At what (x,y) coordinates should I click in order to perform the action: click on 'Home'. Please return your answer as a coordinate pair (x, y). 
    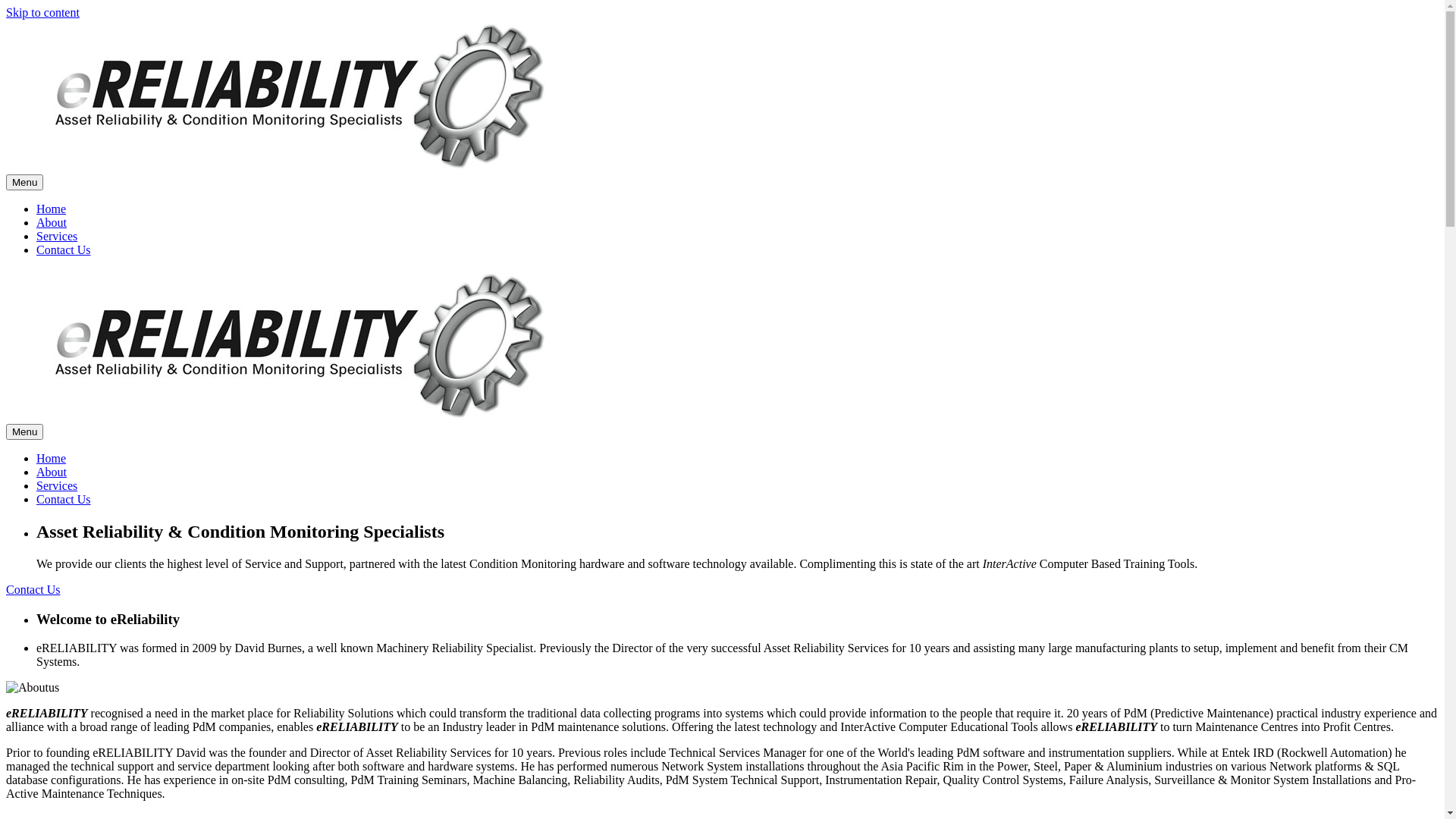
    Looking at the image, I should click on (51, 209).